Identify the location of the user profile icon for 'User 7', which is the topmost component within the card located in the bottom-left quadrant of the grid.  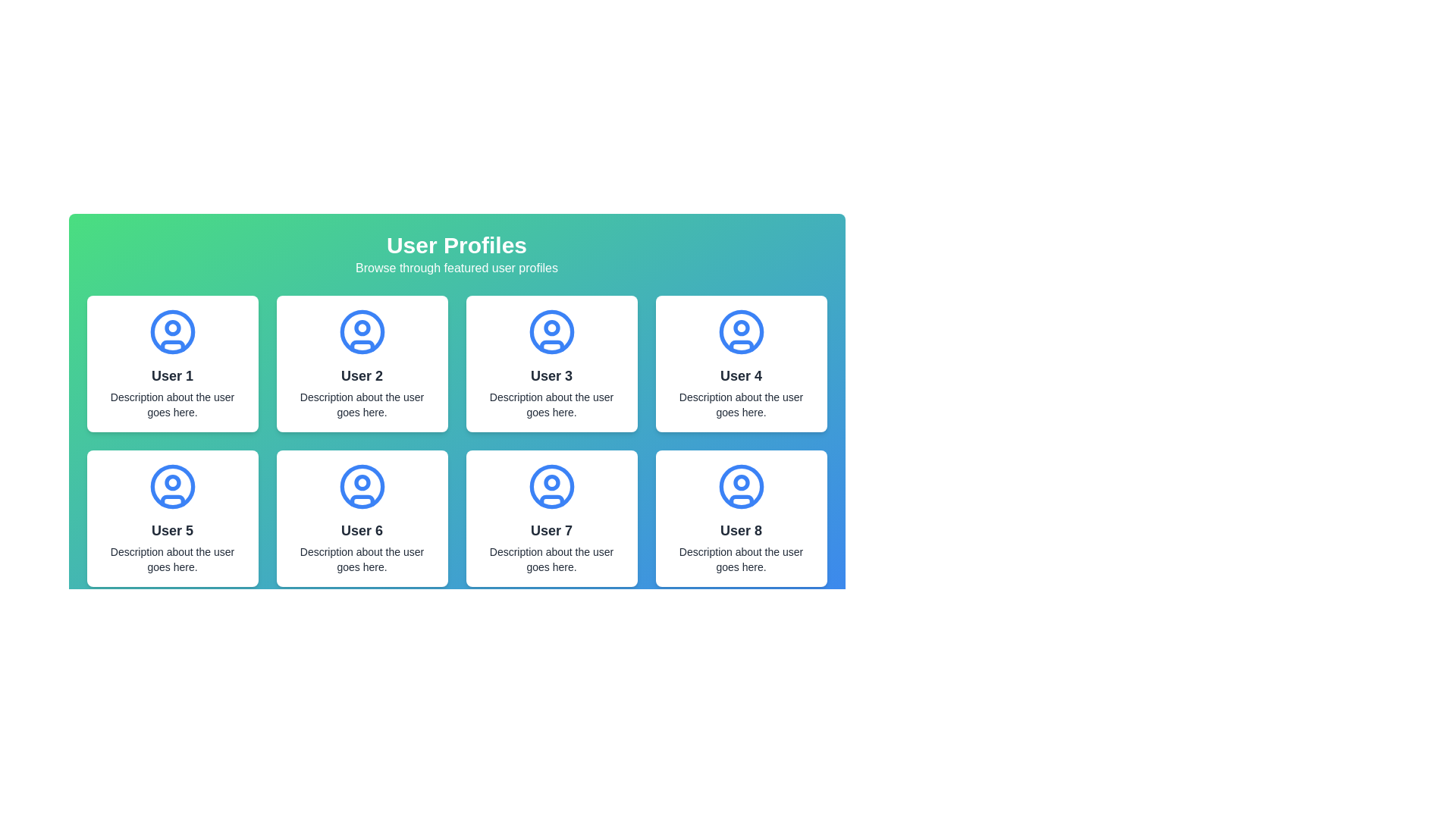
(551, 486).